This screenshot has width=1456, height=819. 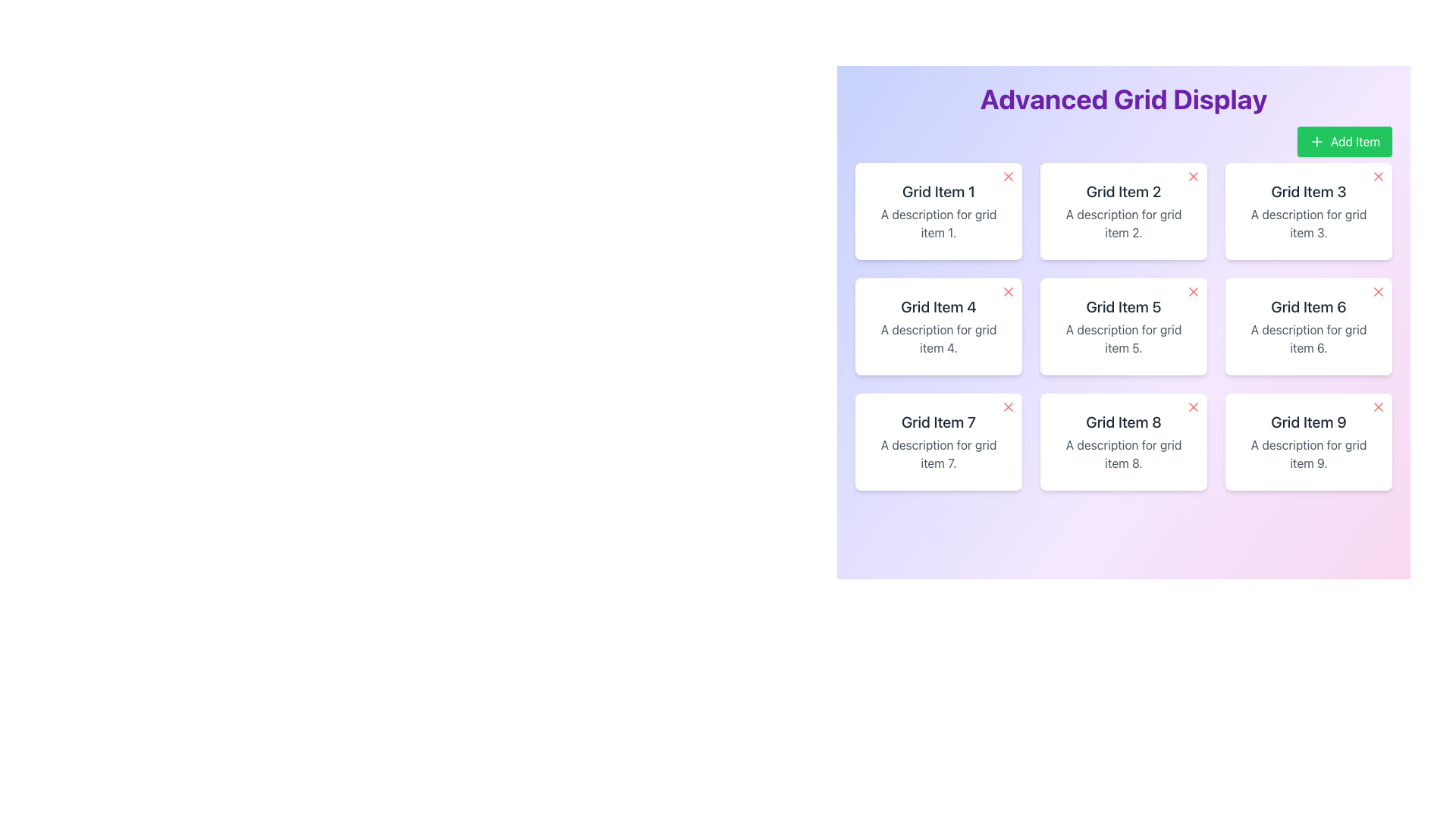 I want to click on the text label that reads 'A description for grid item 6.' which is styled in gray font and positioned beneath the title text 'Grid Item 6', so click(x=1308, y=338).